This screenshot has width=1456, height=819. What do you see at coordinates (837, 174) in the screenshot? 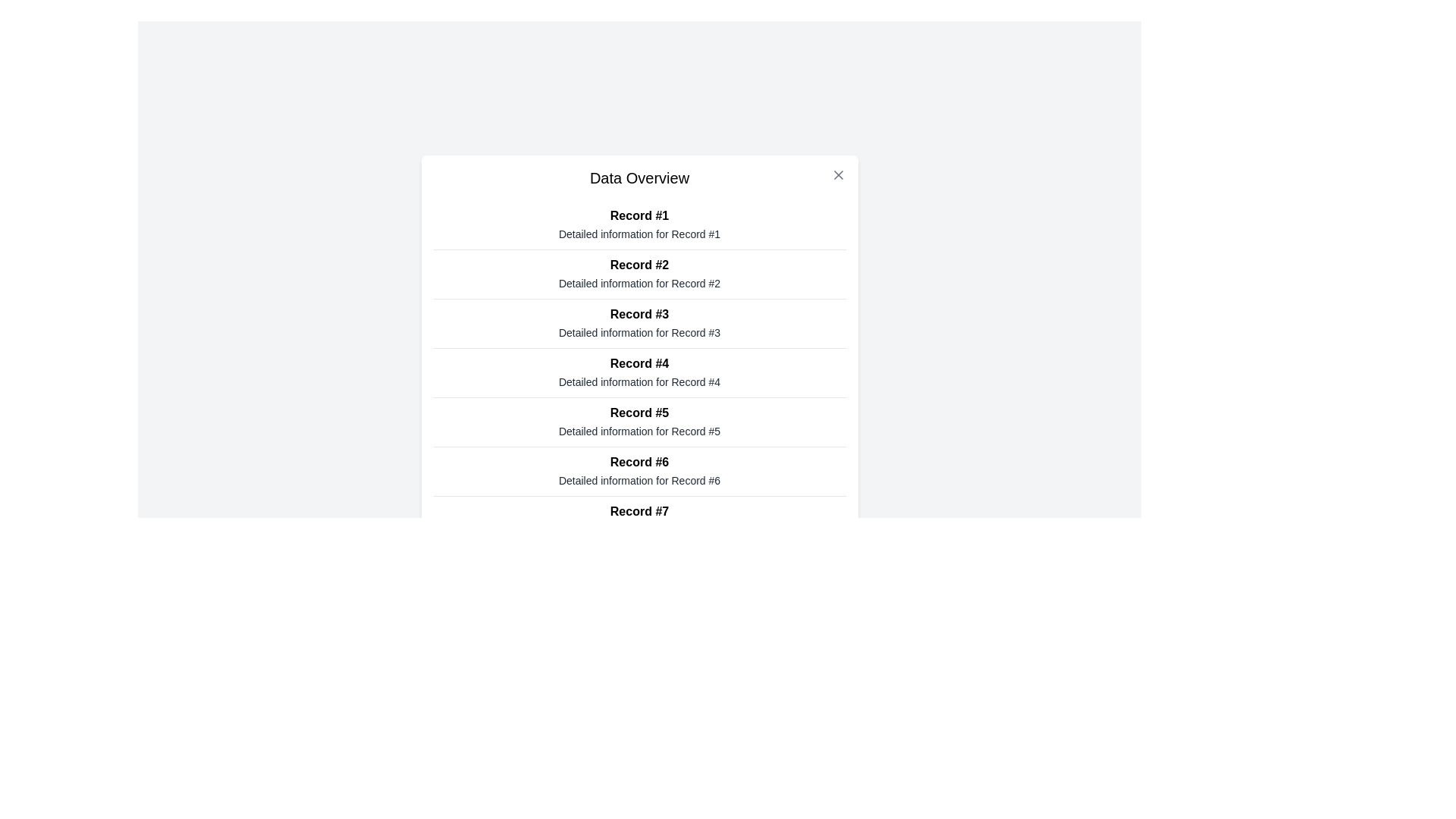
I see `close button at the top-right corner of the dialog to close it` at bounding box center [837, 174].